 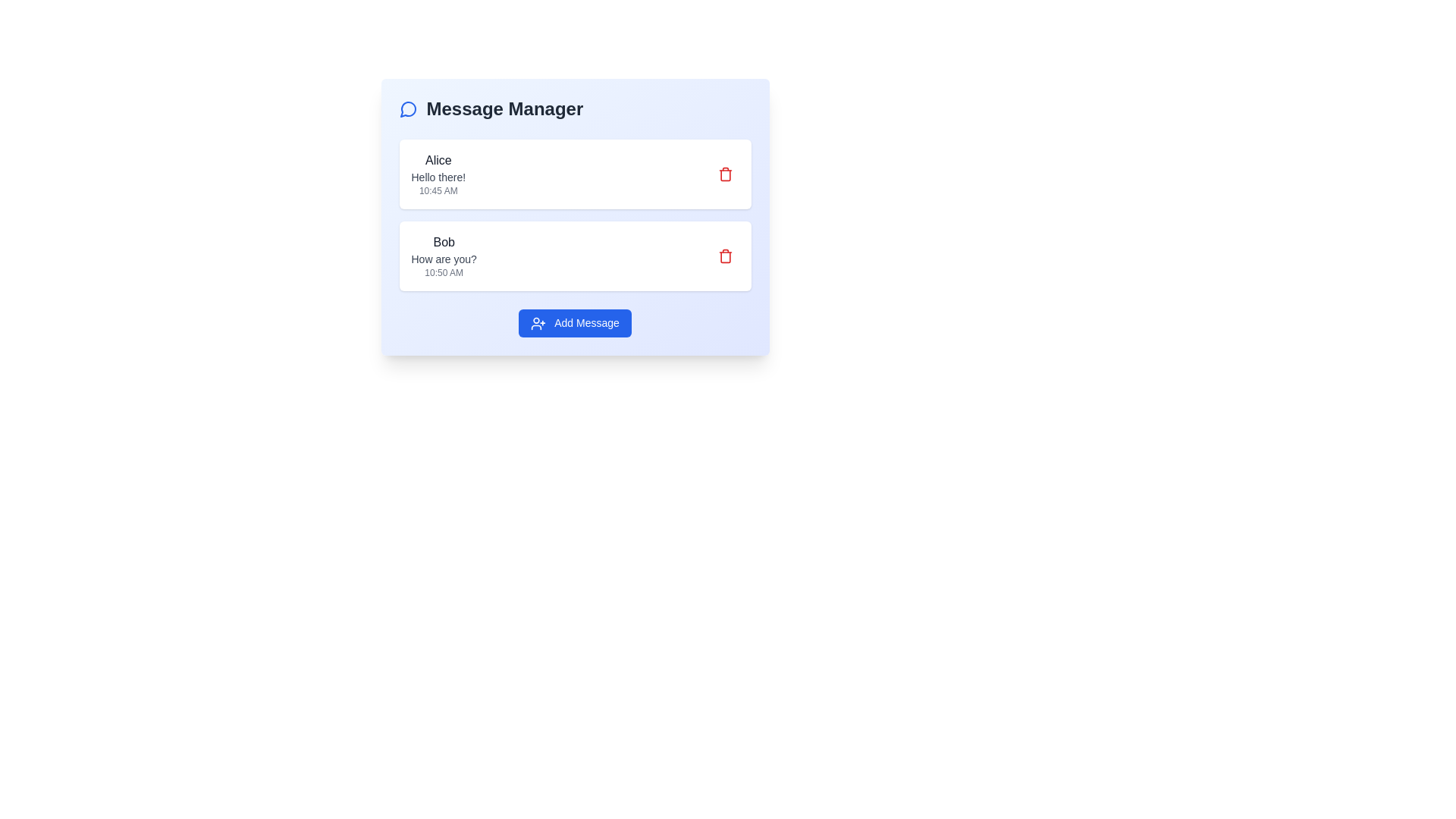 What do you see at coordinates (443, 242) in the screenshot?
I see `the static text label displaying the sender name 'Bob' at the top of the second card in the message manager interface` at bounding box center [443, 242].